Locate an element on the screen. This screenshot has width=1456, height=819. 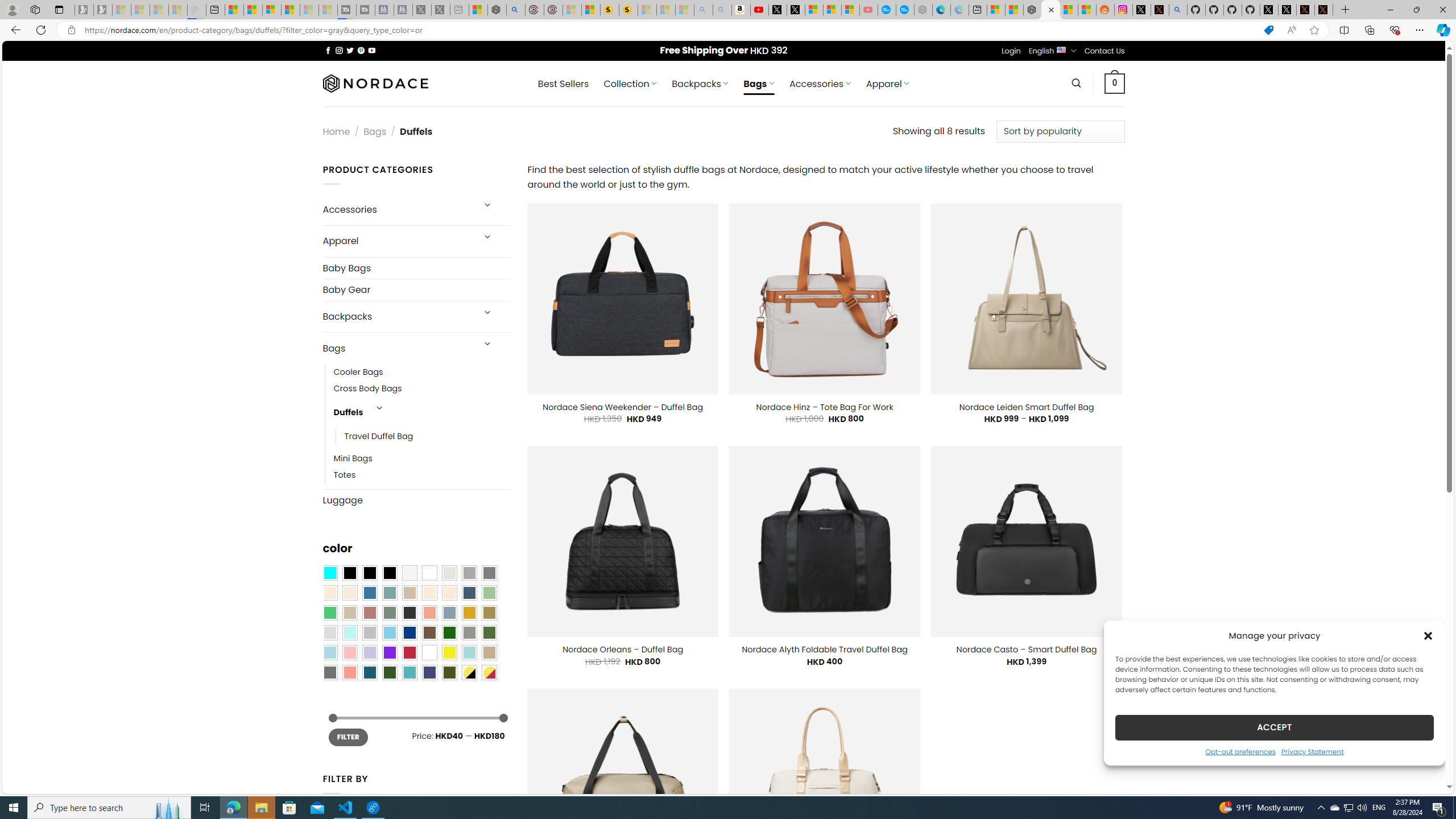
'Mini Bags' is located at coordinates (352, 459).